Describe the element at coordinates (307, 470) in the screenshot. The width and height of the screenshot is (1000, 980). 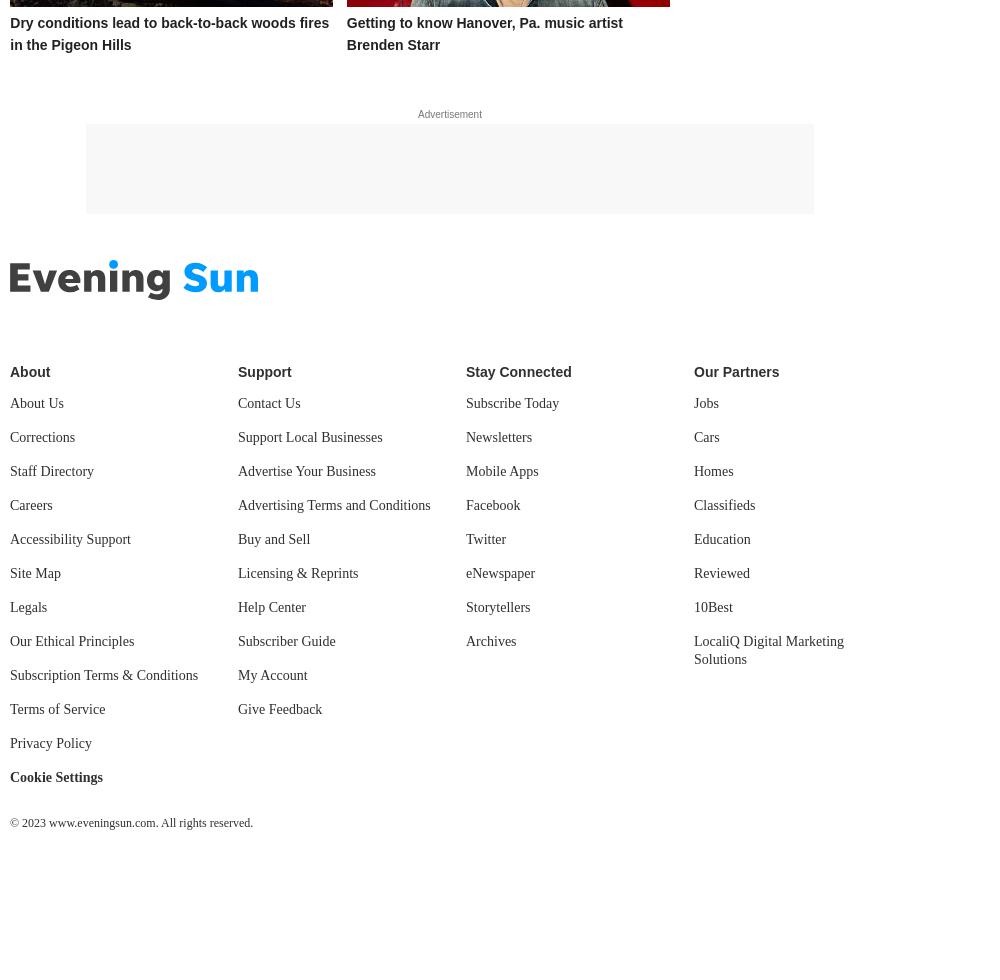
I see `'Advertise Your Business'` at that location.